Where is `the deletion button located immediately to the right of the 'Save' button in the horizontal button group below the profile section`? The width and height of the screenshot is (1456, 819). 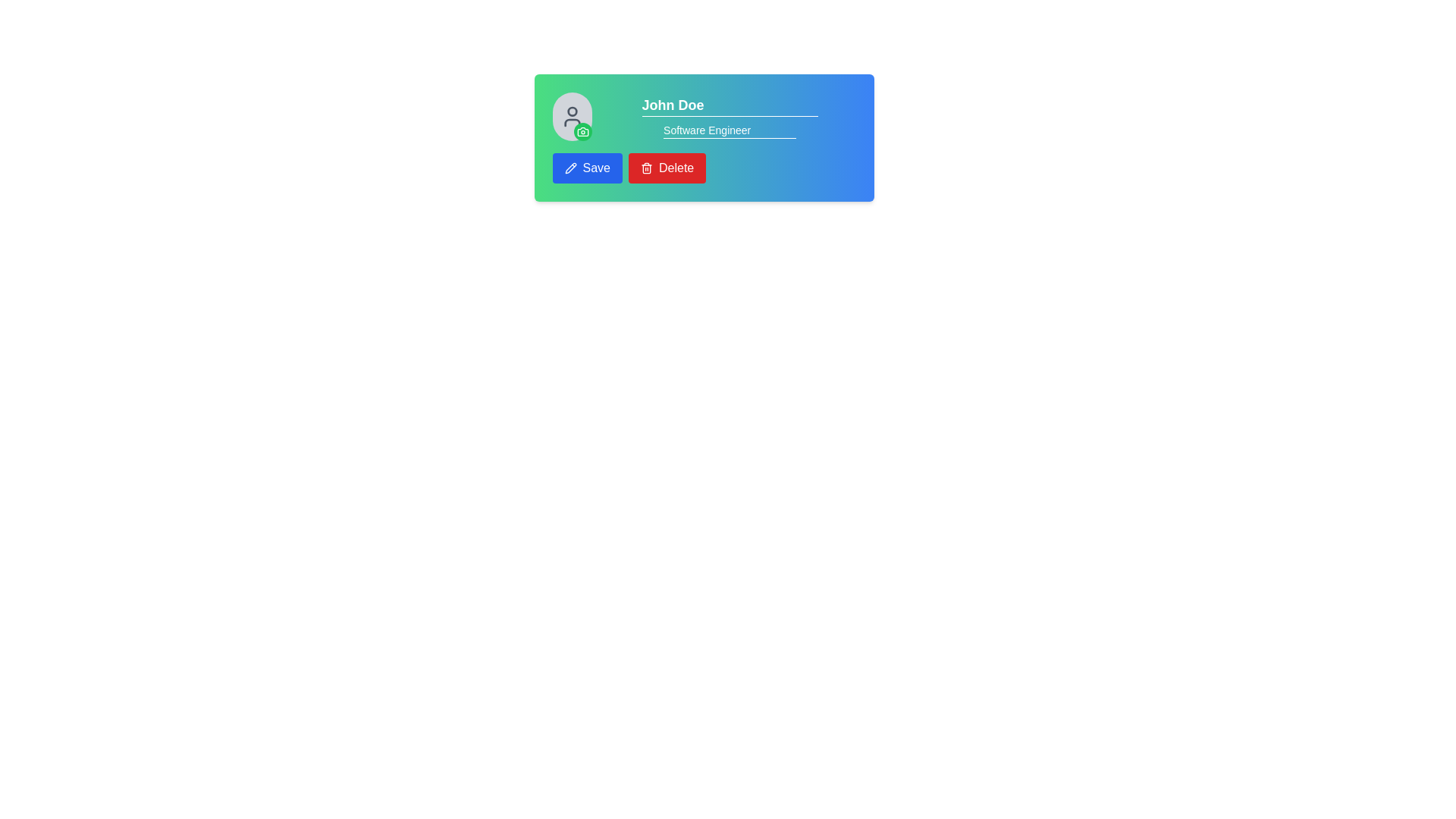
the deletion button located immediately to the right of the 'Save' button in the horizontal button group below the profile section is located at coordinates (667, 168).